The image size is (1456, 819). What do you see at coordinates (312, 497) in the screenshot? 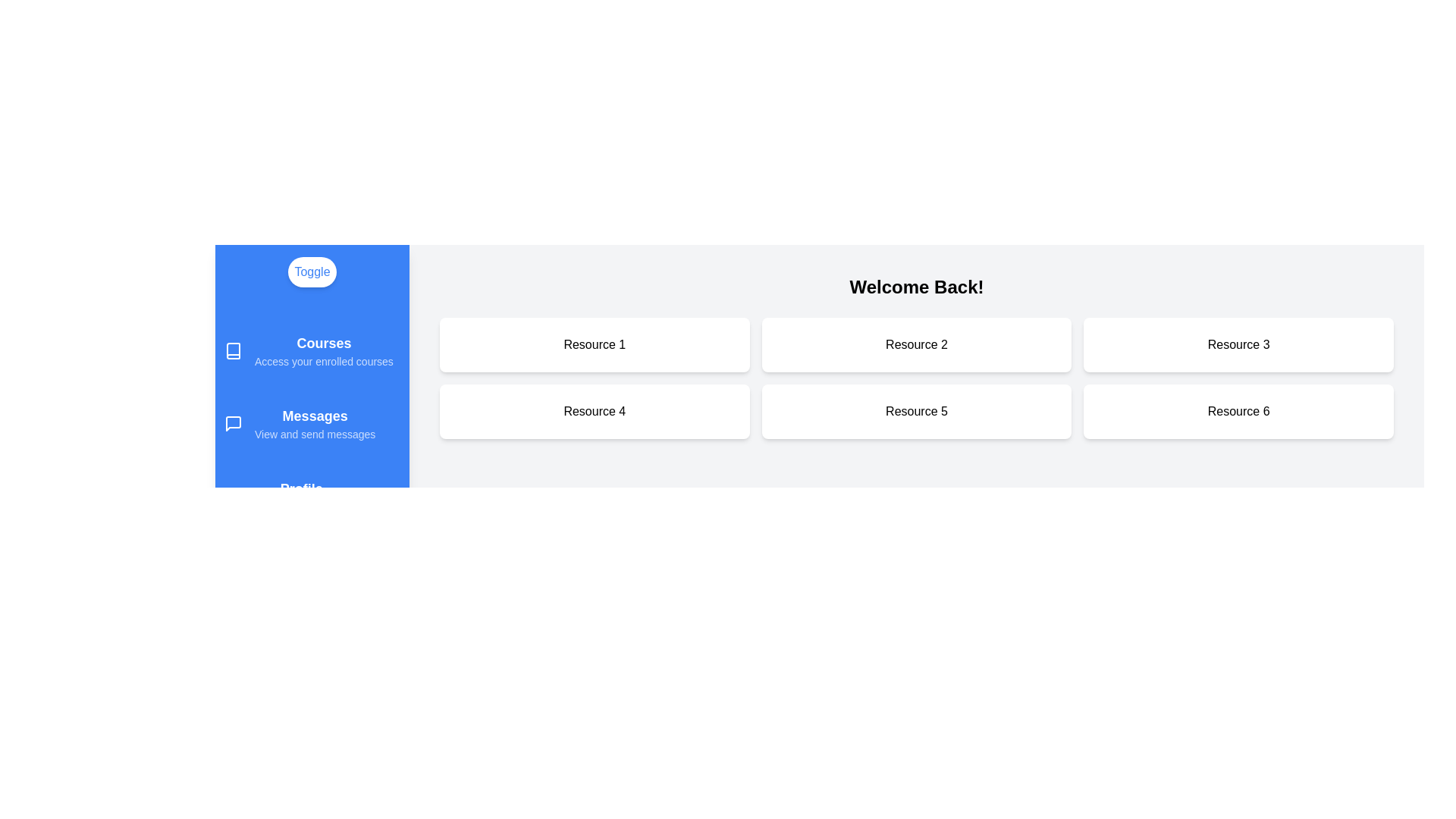
I see `the drawer section corresponding to Profile` at bounding box center [312, 497].